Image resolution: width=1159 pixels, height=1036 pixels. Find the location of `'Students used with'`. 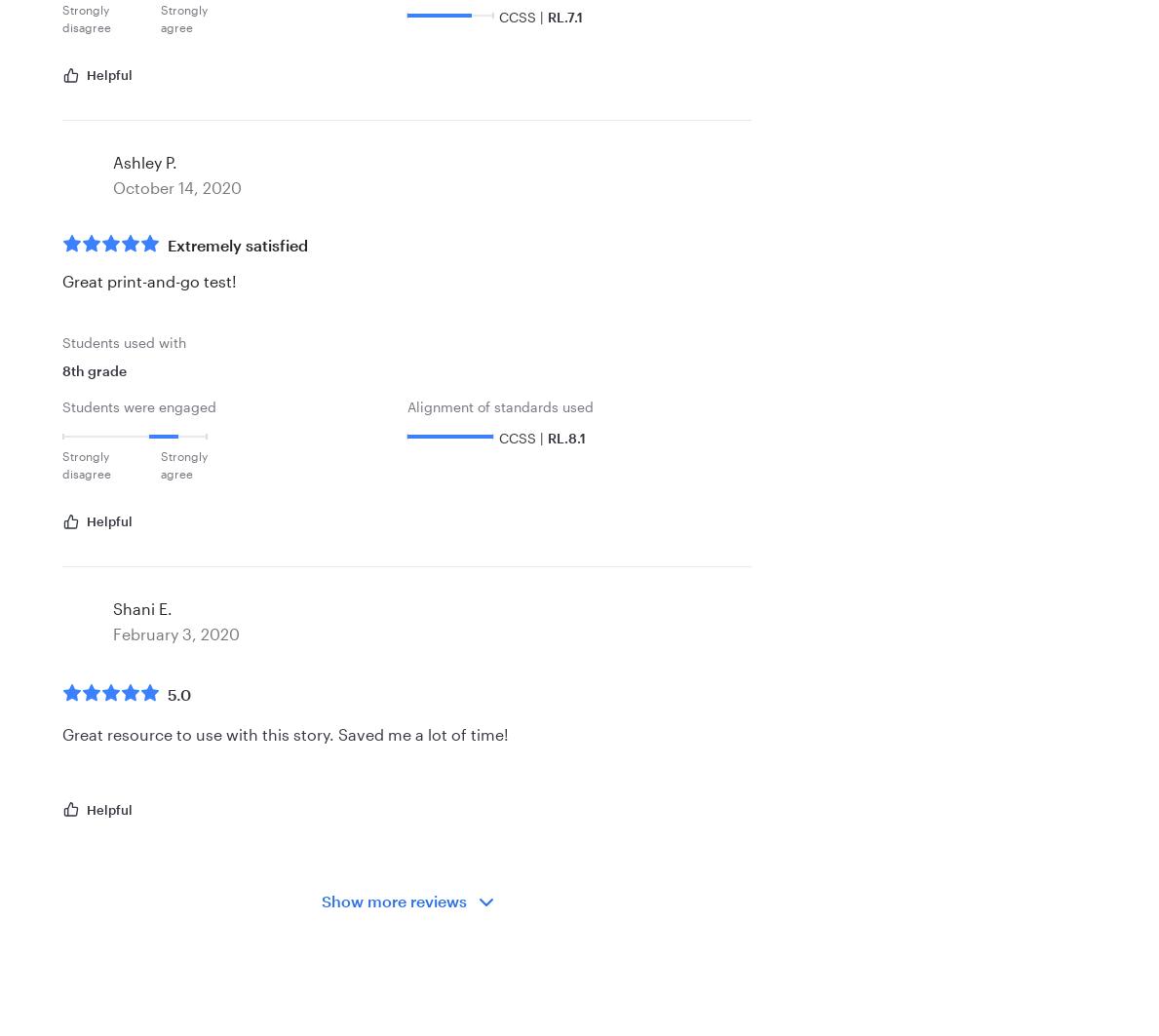

'Students used with' is located at coordinates (123, 342).